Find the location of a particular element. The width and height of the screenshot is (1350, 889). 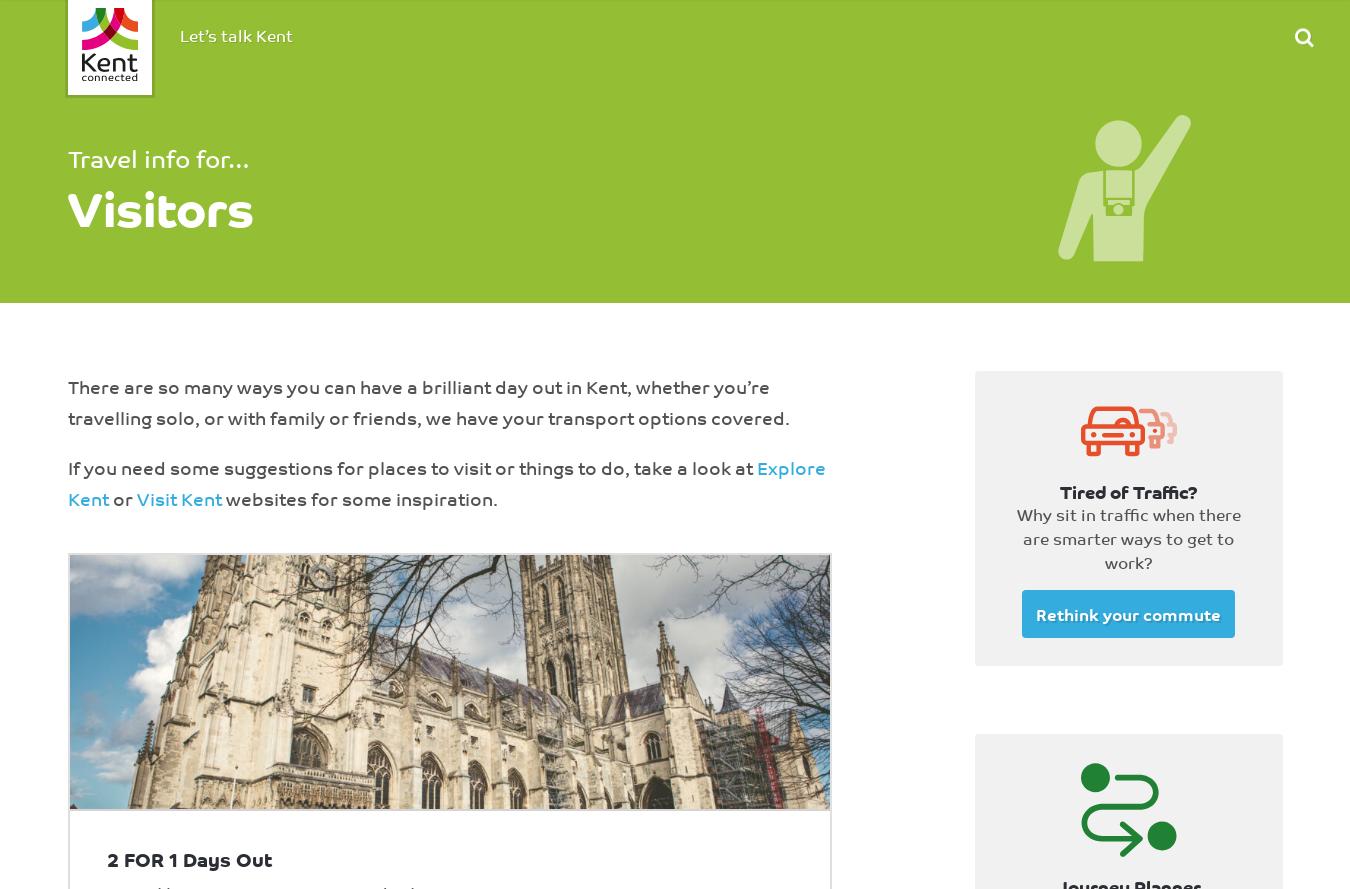

'Visit Kent' is located at coordinates (178, 497).